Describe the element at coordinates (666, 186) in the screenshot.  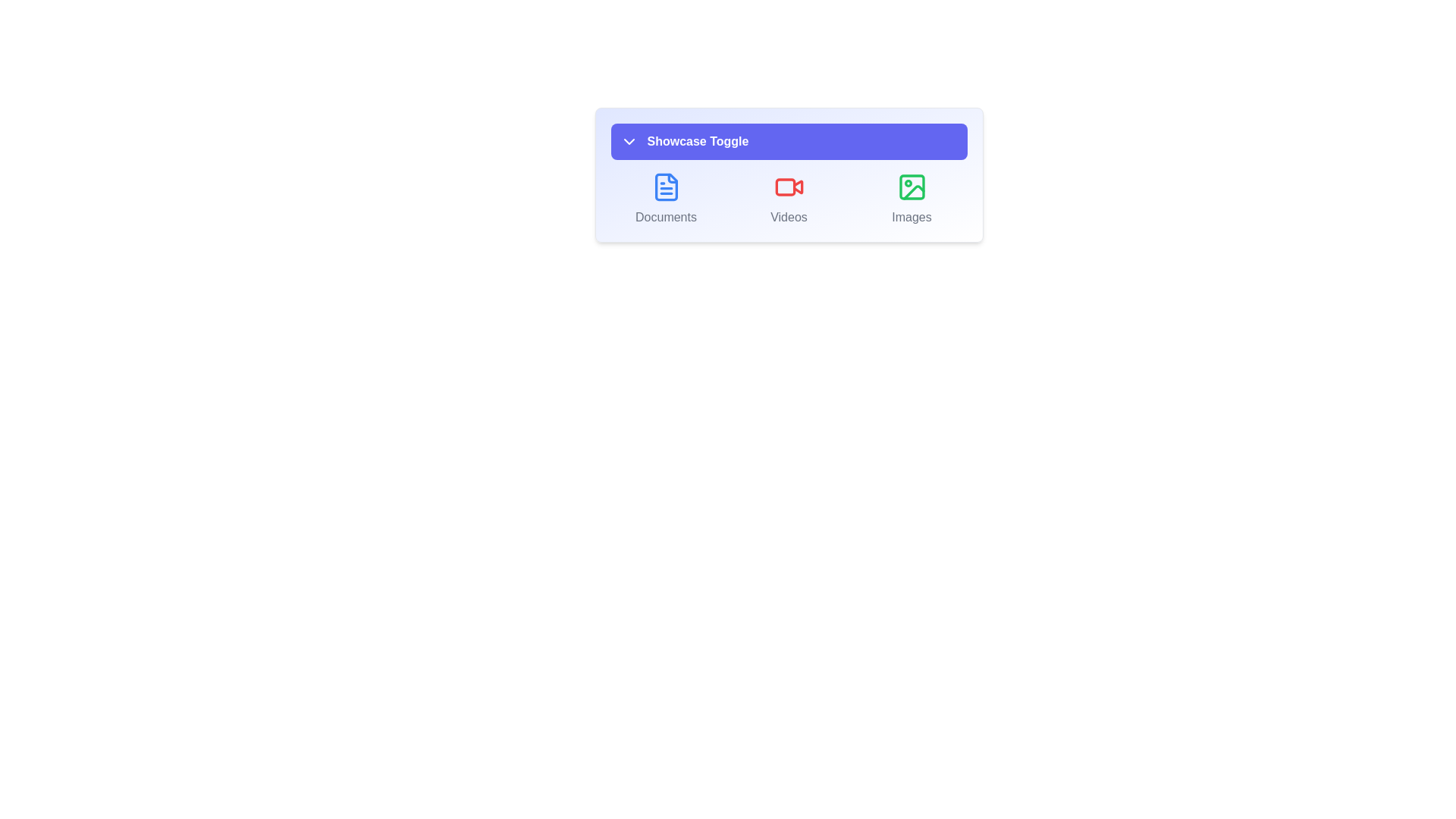
I see `the leftmost icon labeled 'Documents' in the top-center section of the application interface` at that location.